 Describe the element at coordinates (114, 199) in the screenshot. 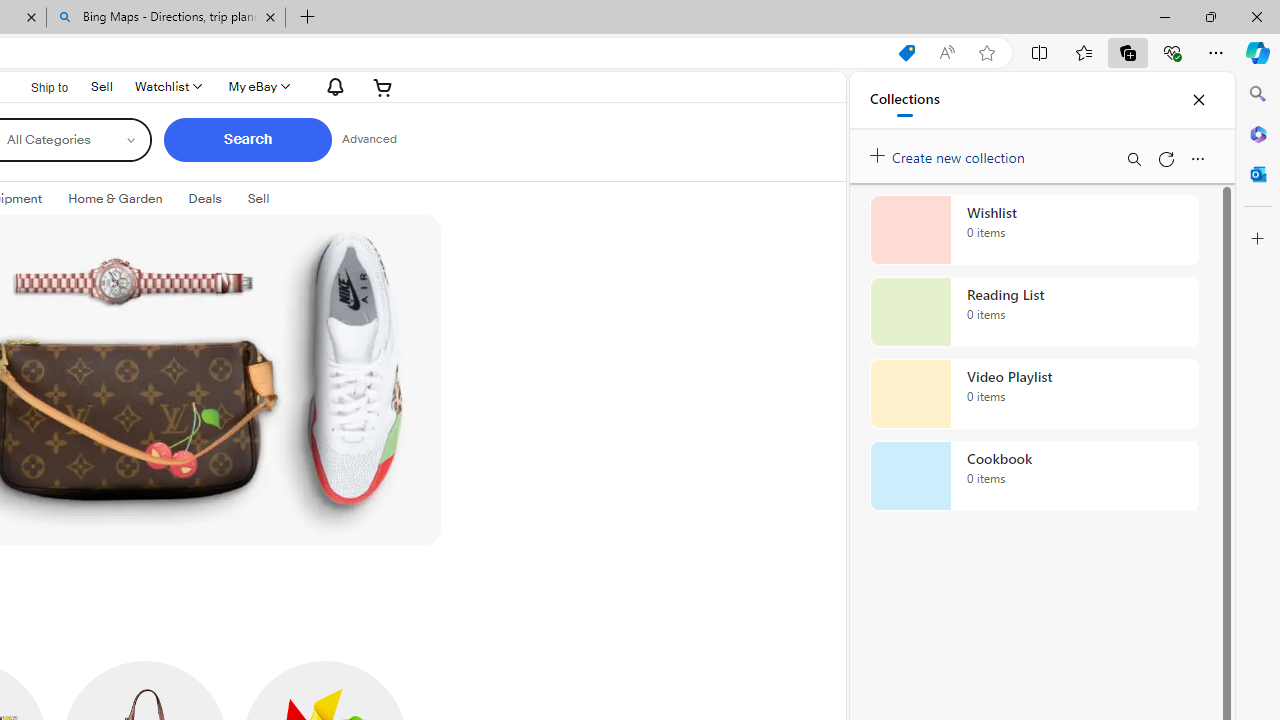

I see `'Home & GardenExpand: Home & Garden'` at that location.